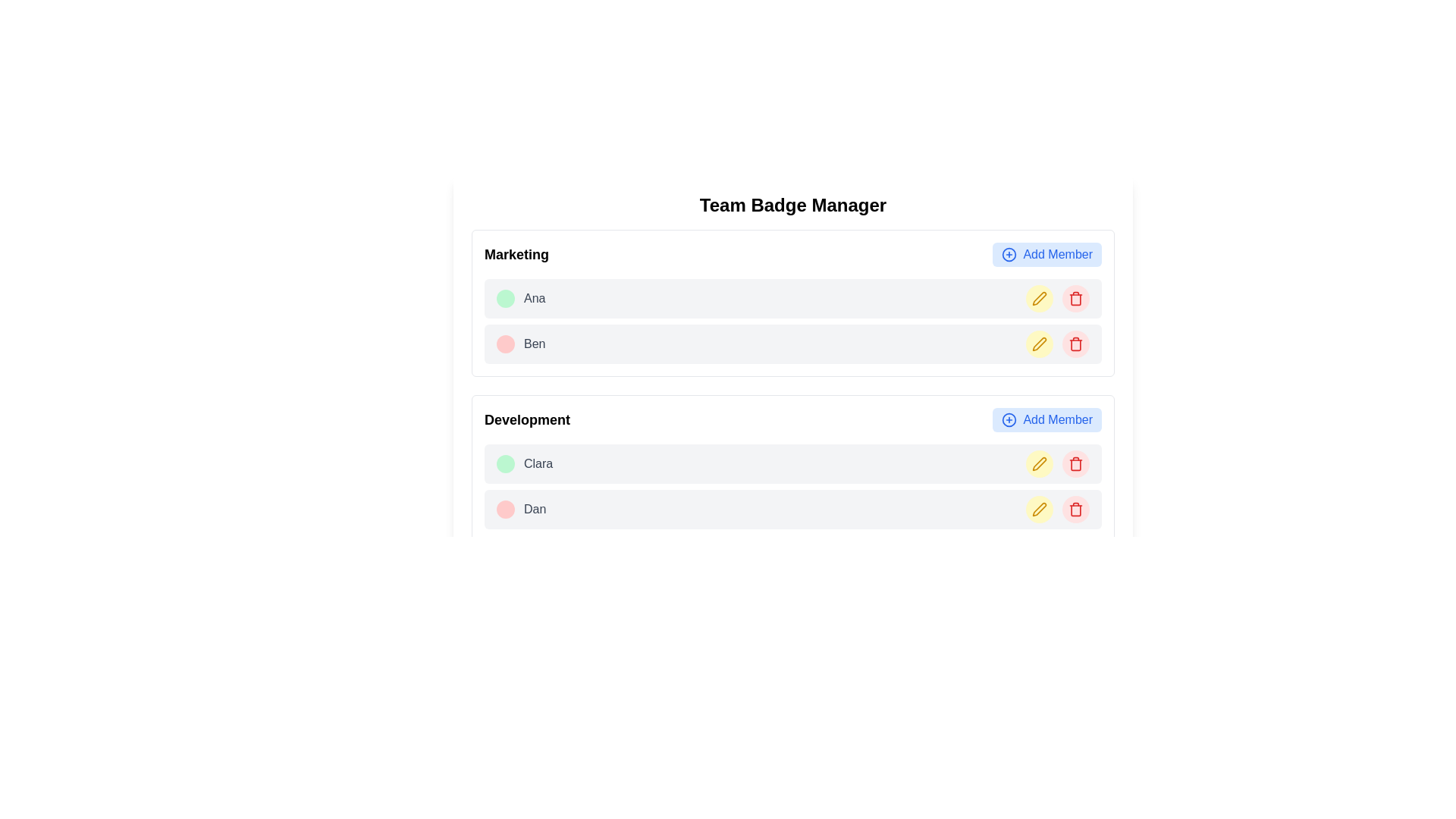 This screenshot has height=819, width=1456. I want to click on the circular red button with a trash can icon located in the 'Development' group next to 'Dan', so click(1075, 509).